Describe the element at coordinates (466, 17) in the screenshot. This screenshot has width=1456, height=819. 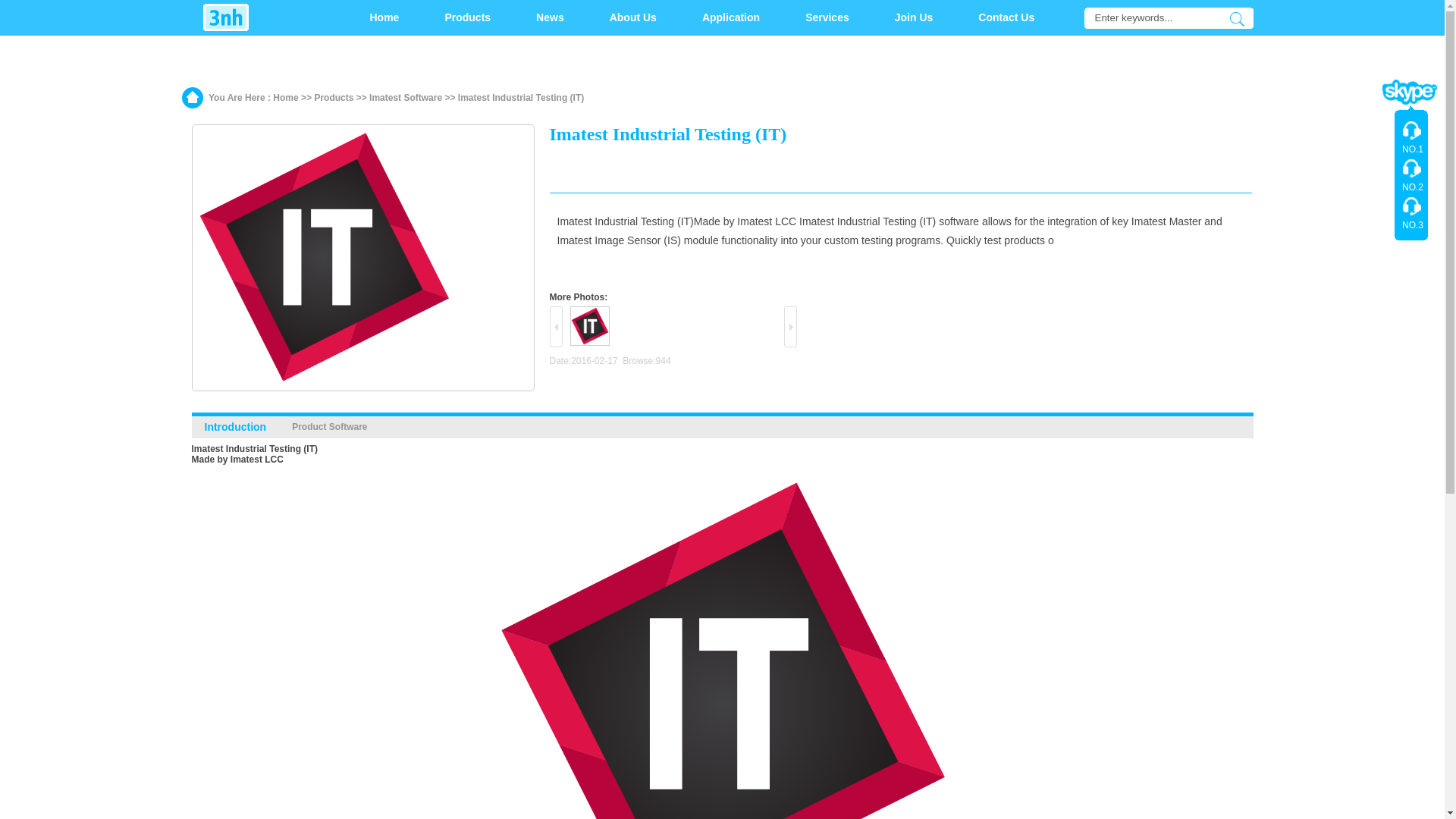
I see `'Products'` at that location.